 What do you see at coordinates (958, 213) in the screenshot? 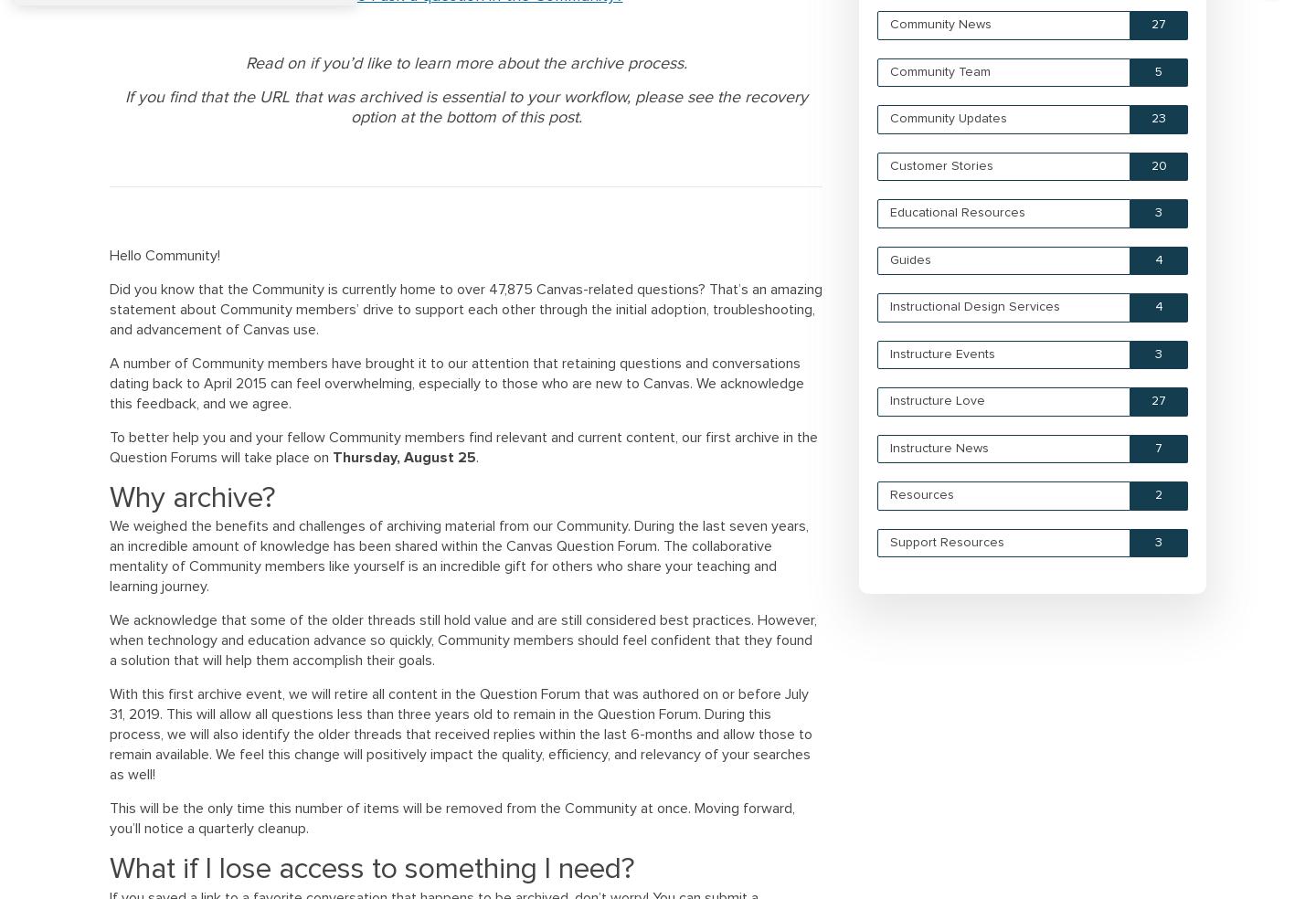
I see `'Educational Resources'` at bounding box center [958, 213].